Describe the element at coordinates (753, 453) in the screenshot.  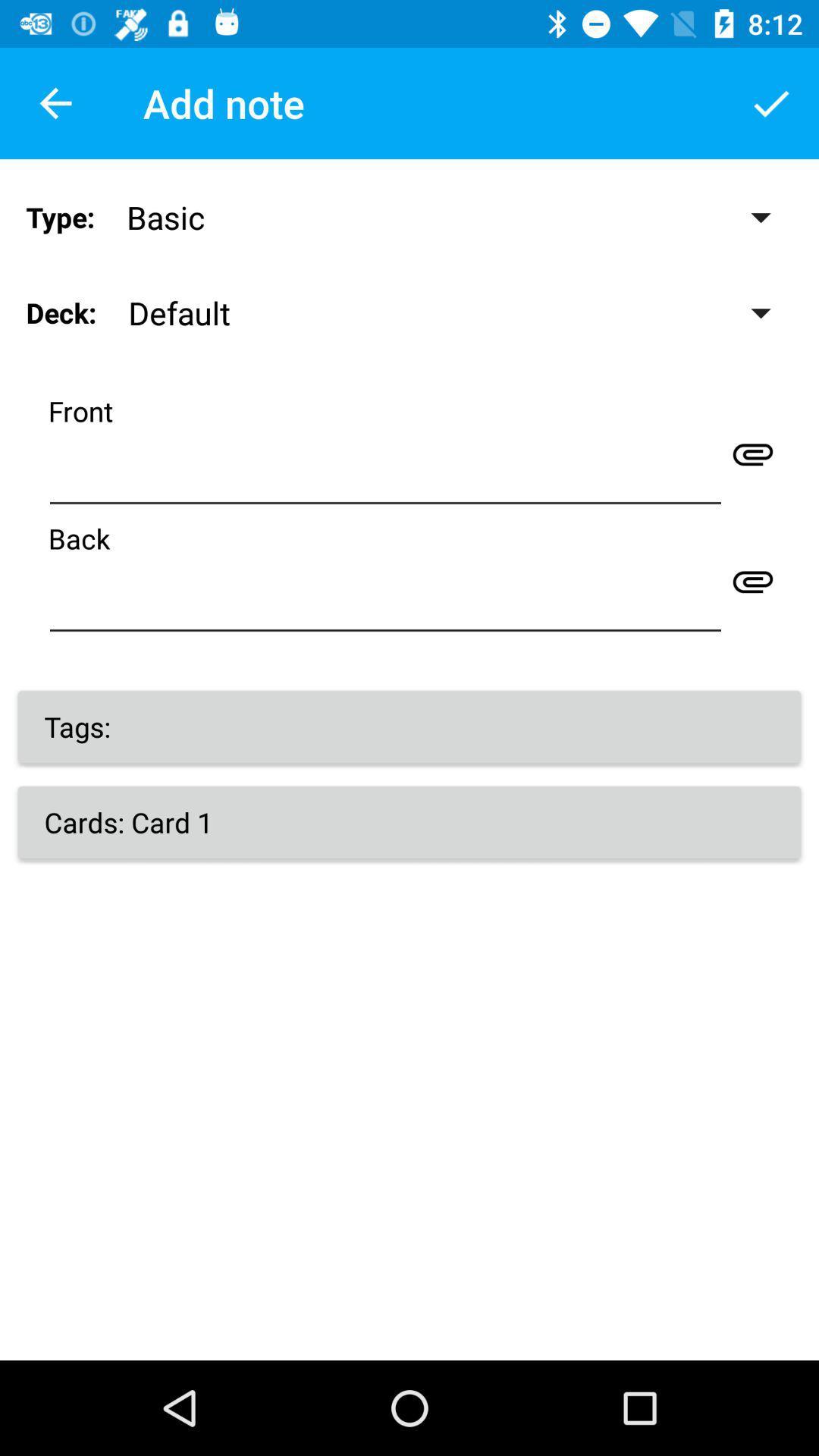
I see `attachment icon at front line` at that location.